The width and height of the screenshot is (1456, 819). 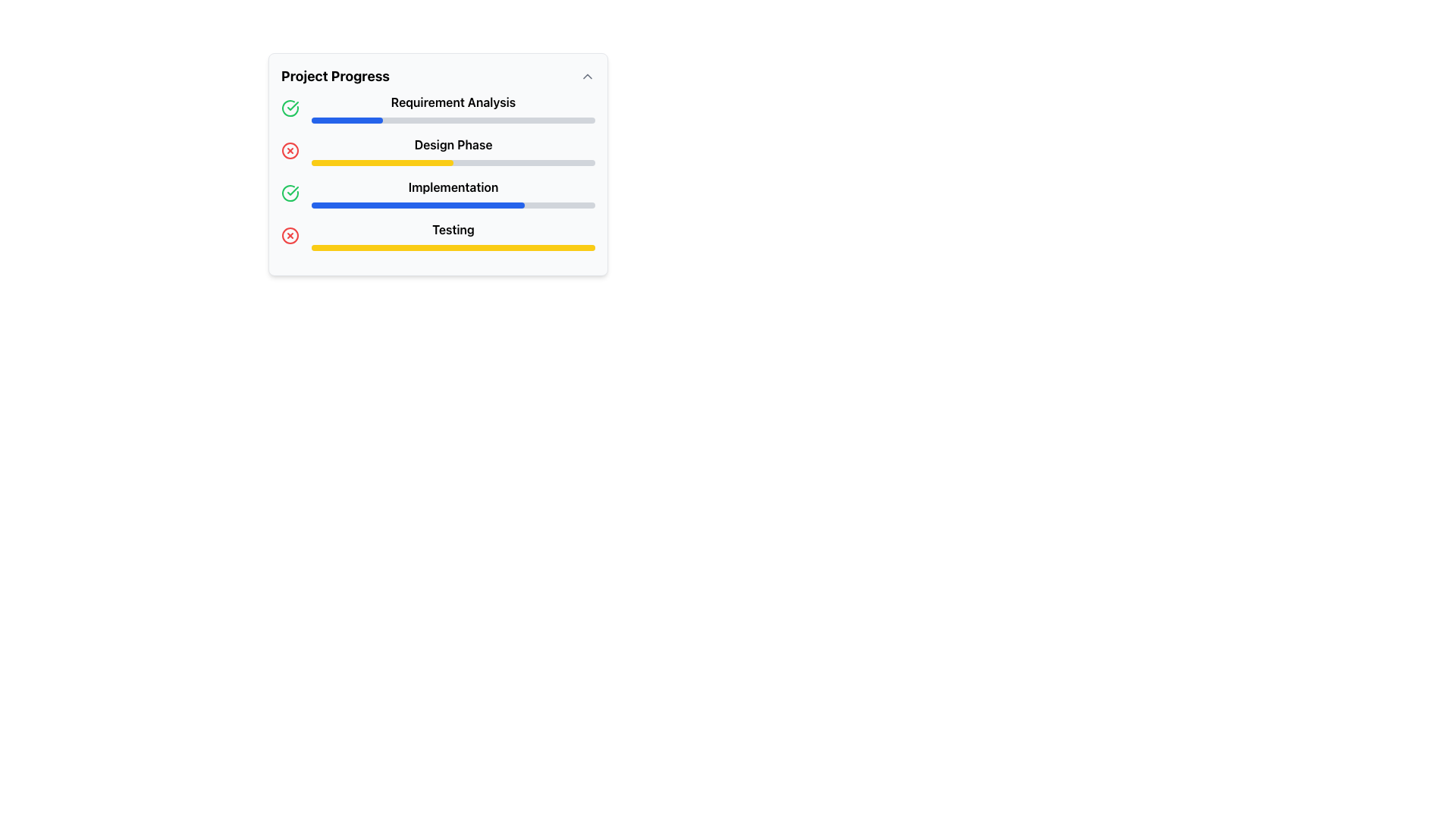 I want to click on the progress value visually on the progress bar located in the third row below the 'Implementation' label, so click(x=453, y=205).